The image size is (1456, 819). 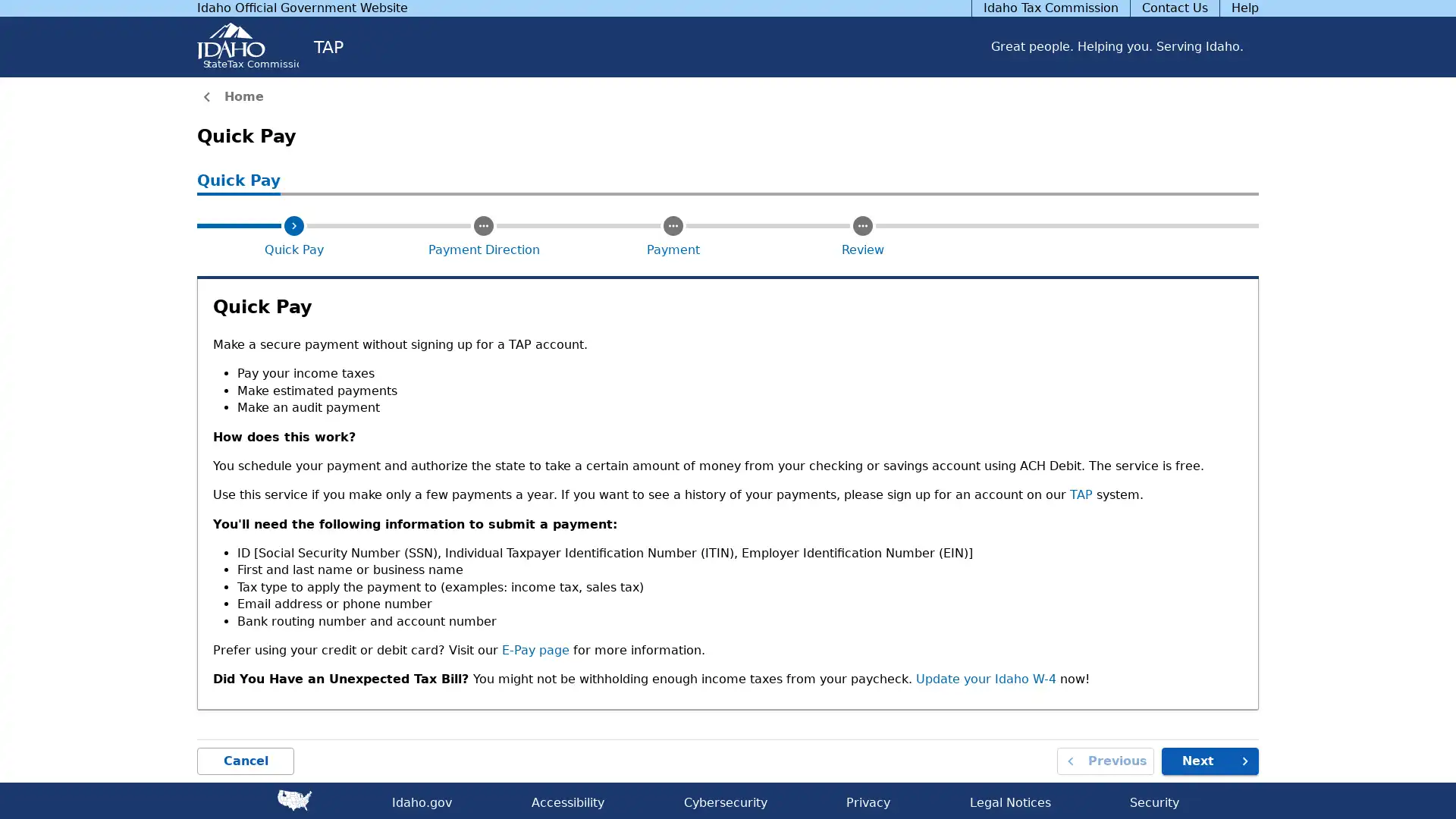 What do you see at coordinates (1106, 761) in the screenshot?
I see `Previous` at bounding box center [1106, 761].